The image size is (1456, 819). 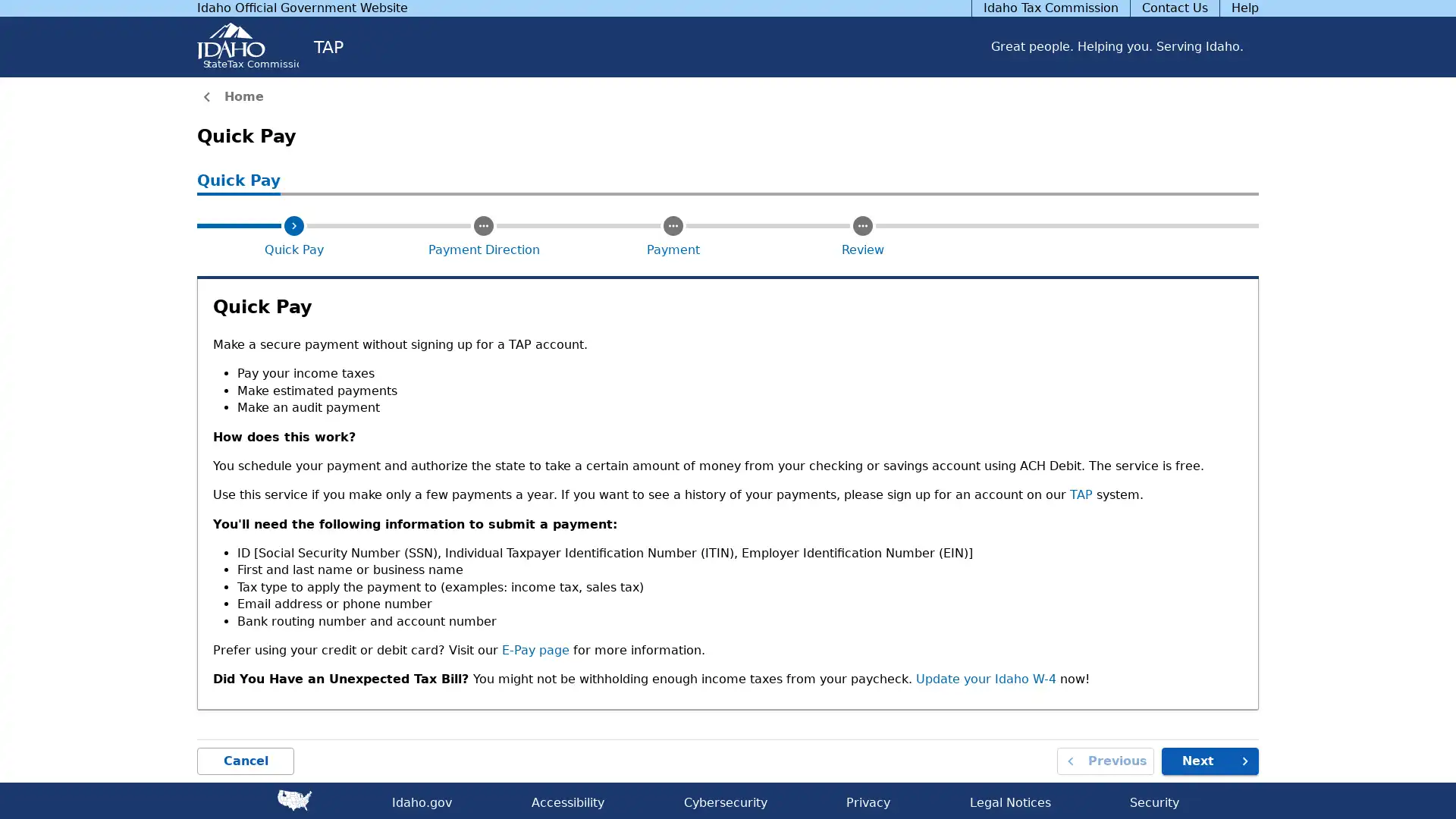 What do you see at coordinates (1106, 761) in the screenshot?
I see `Previous` at bounding box center [1106, 761].